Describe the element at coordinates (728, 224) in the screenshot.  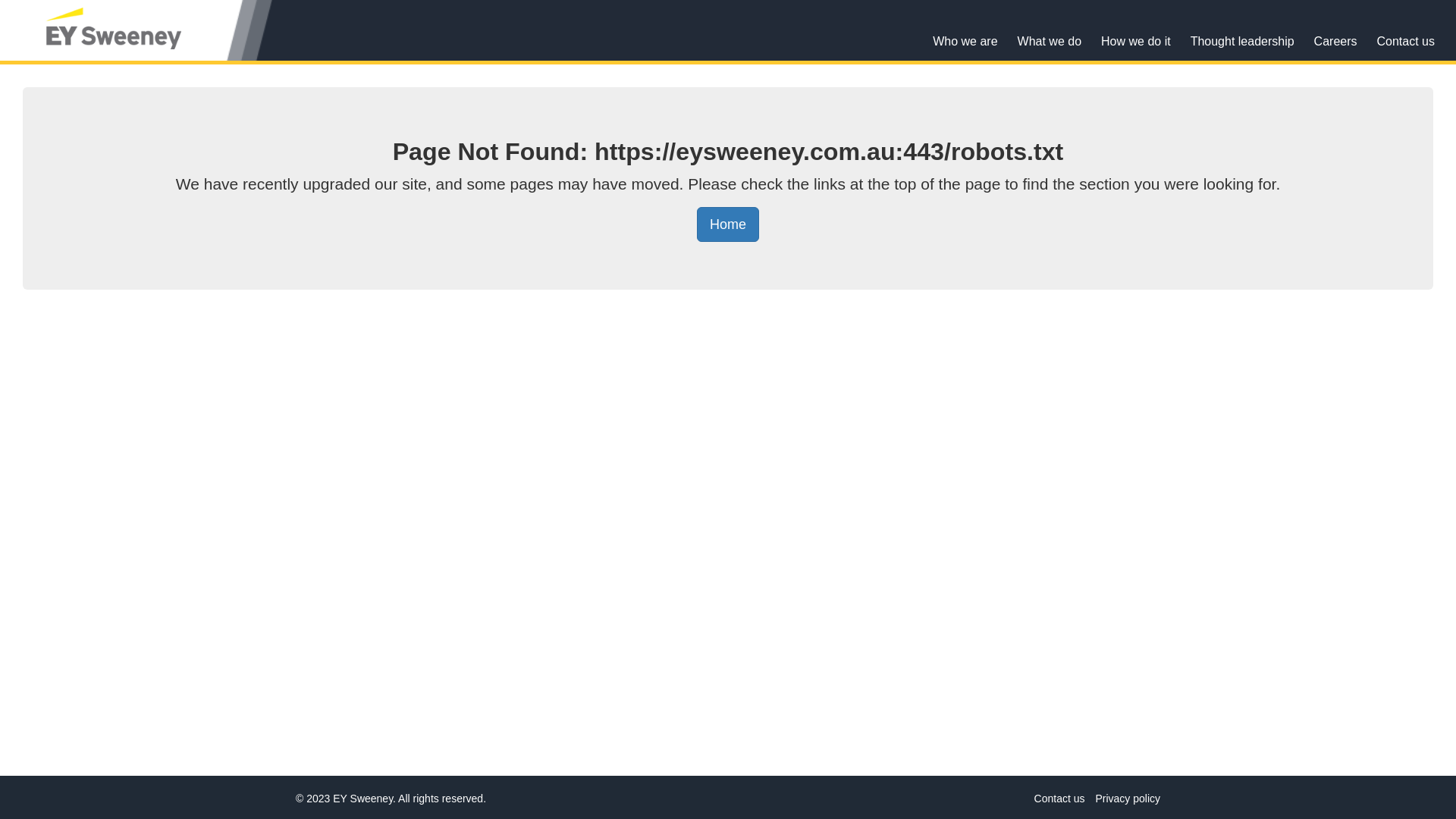
I see `'Home'` at that location.